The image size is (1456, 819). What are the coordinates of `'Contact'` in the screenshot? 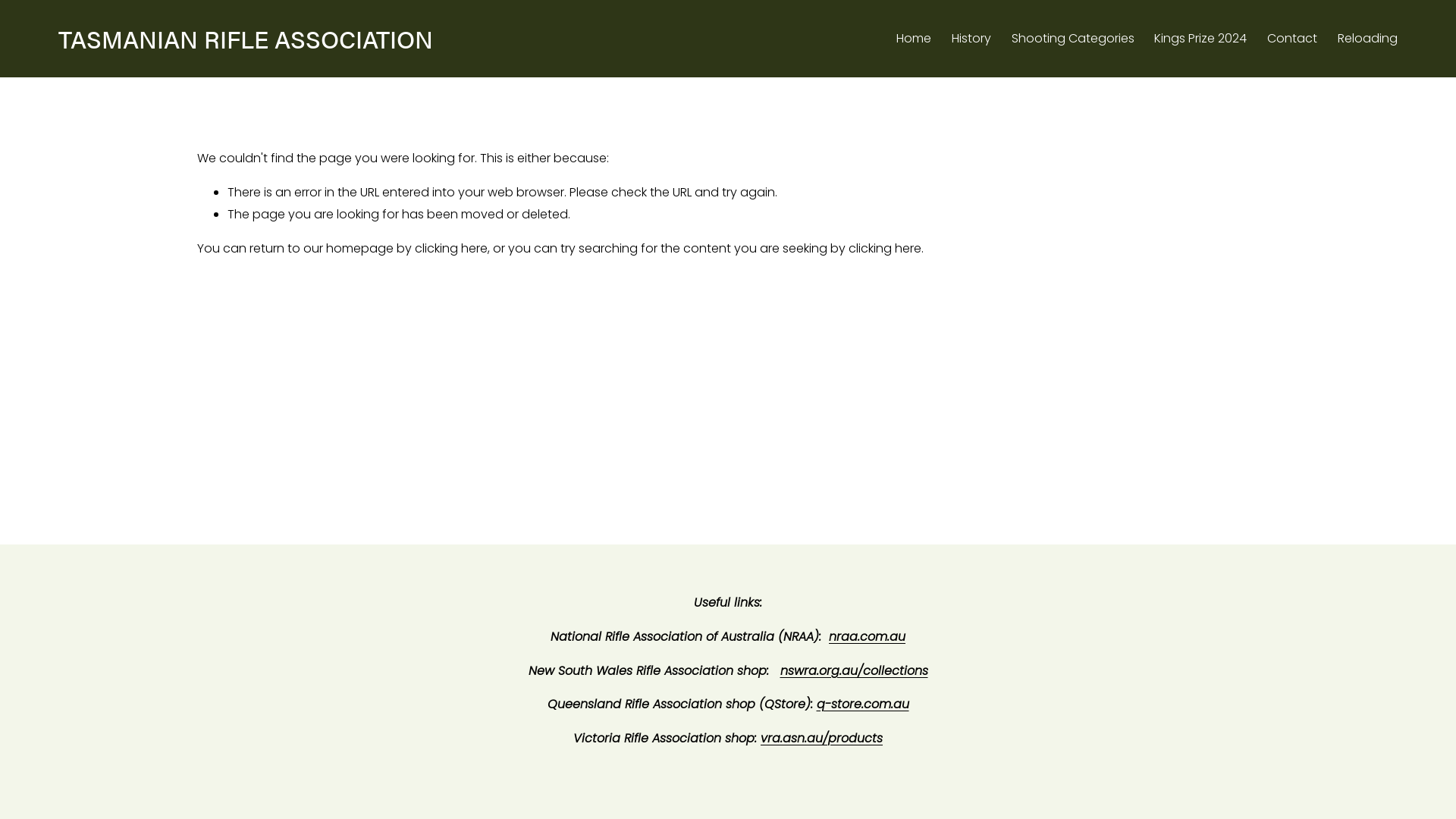 It's located at (1291, 37).